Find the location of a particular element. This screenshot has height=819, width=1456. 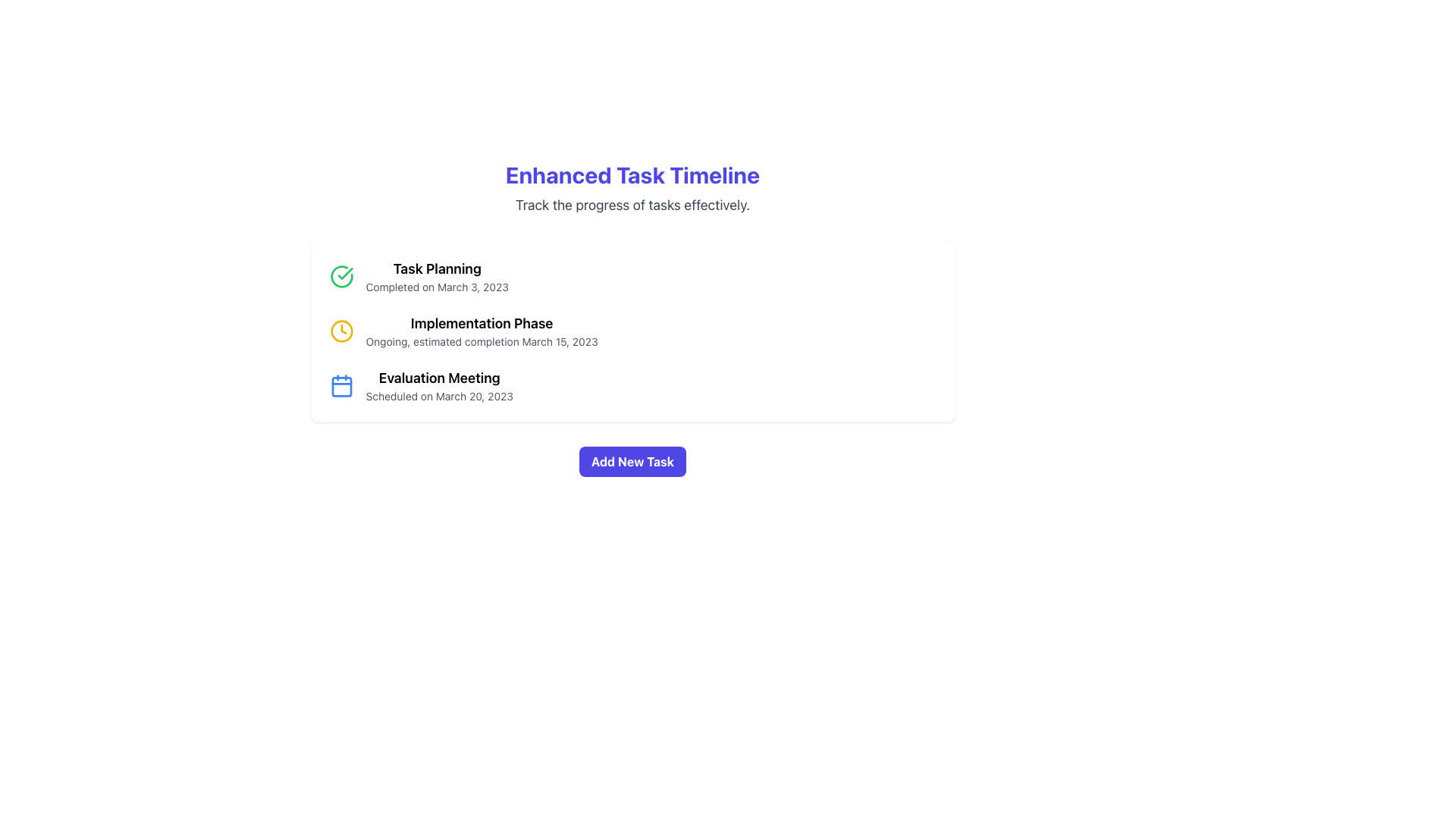

the icon representing the timing or schedule-related nature of the 'Implementation Phase' task, located in the second row under 'Enhanced Task Timeline' is located at coordinates (340, 330).